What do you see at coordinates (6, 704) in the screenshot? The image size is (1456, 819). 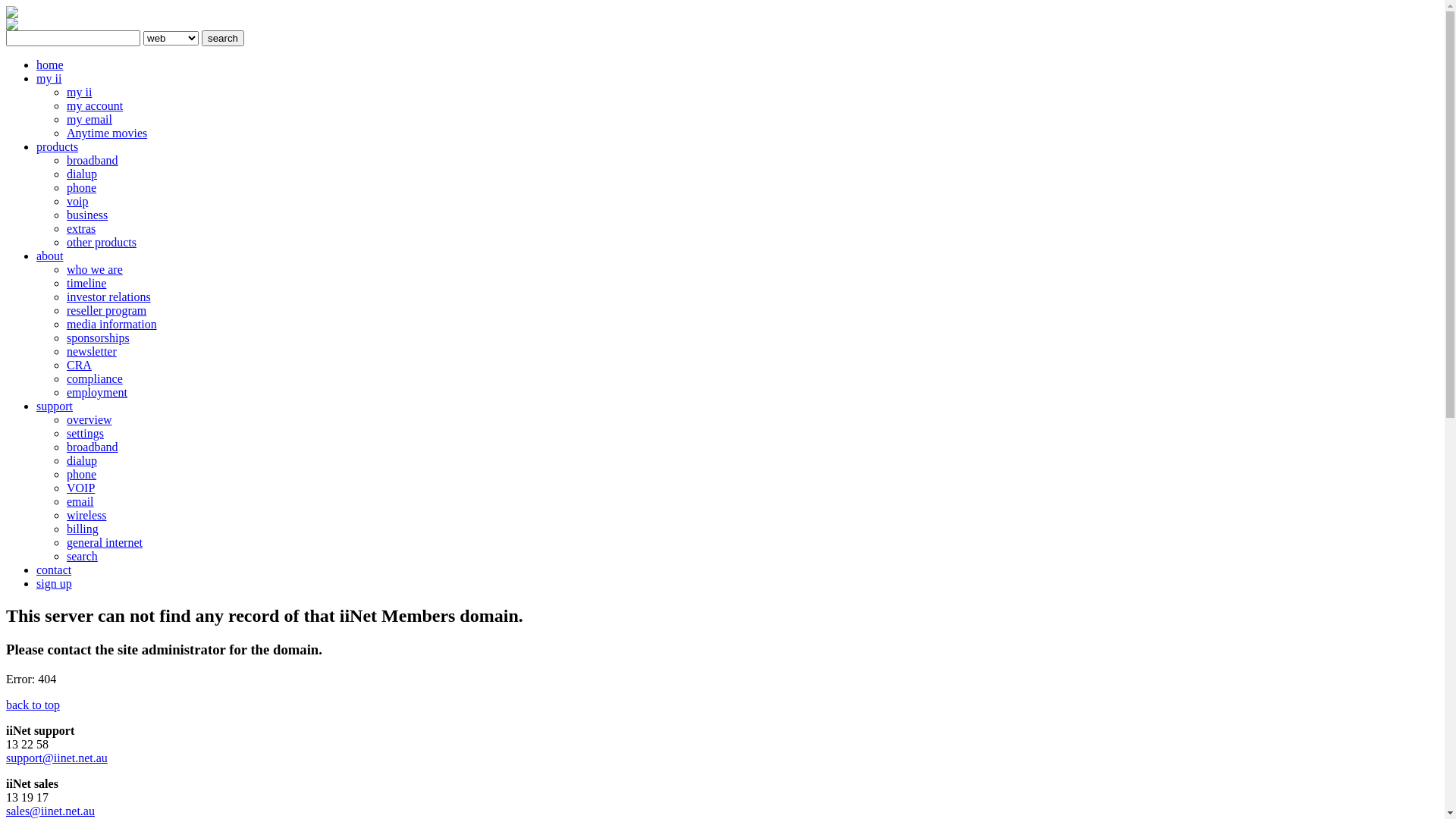 I see `'back to top'` at bounding box center [6, 704].